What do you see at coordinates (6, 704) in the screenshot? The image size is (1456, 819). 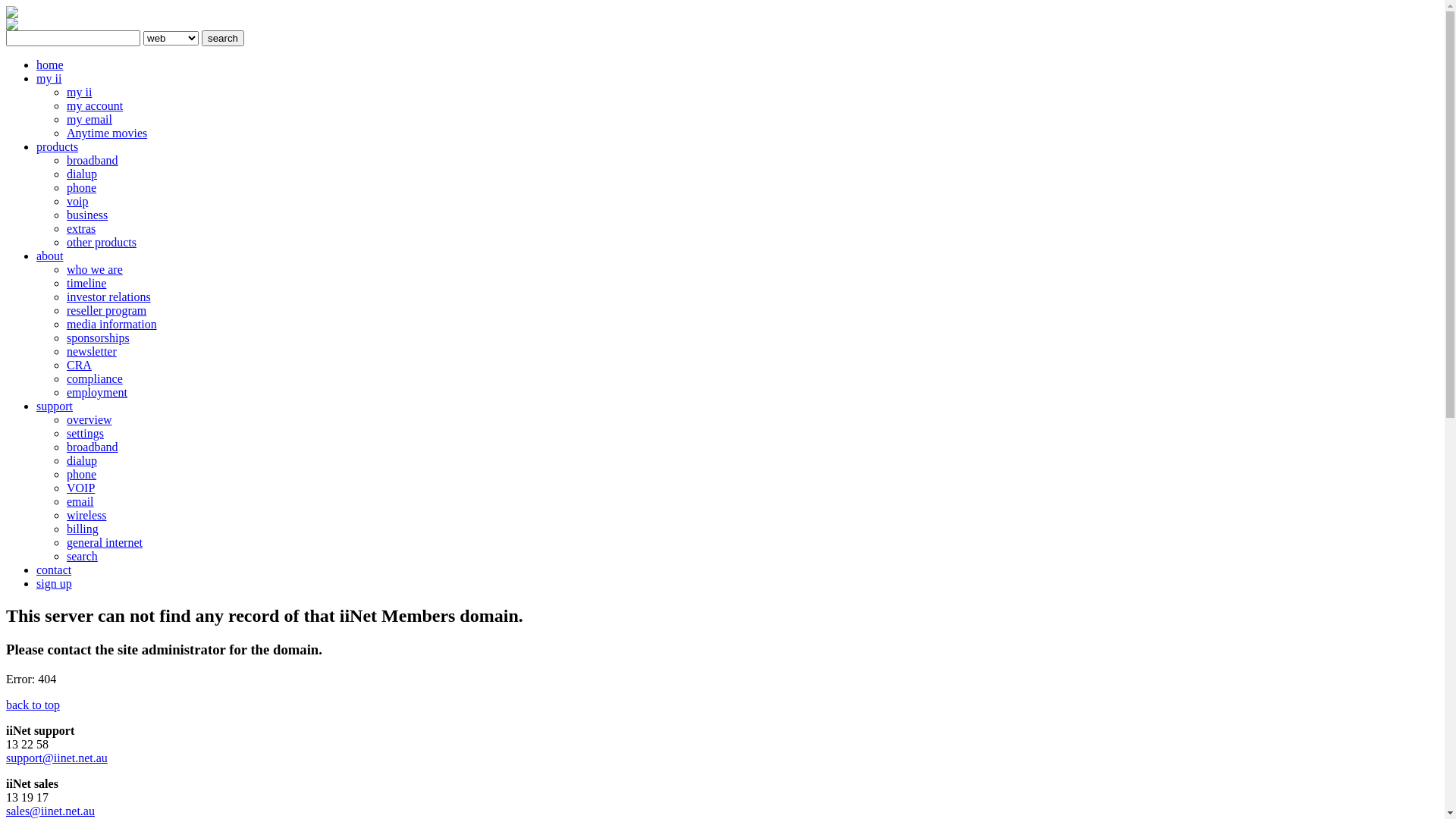 I see `'back to top'` at bounding box center [6, 704].